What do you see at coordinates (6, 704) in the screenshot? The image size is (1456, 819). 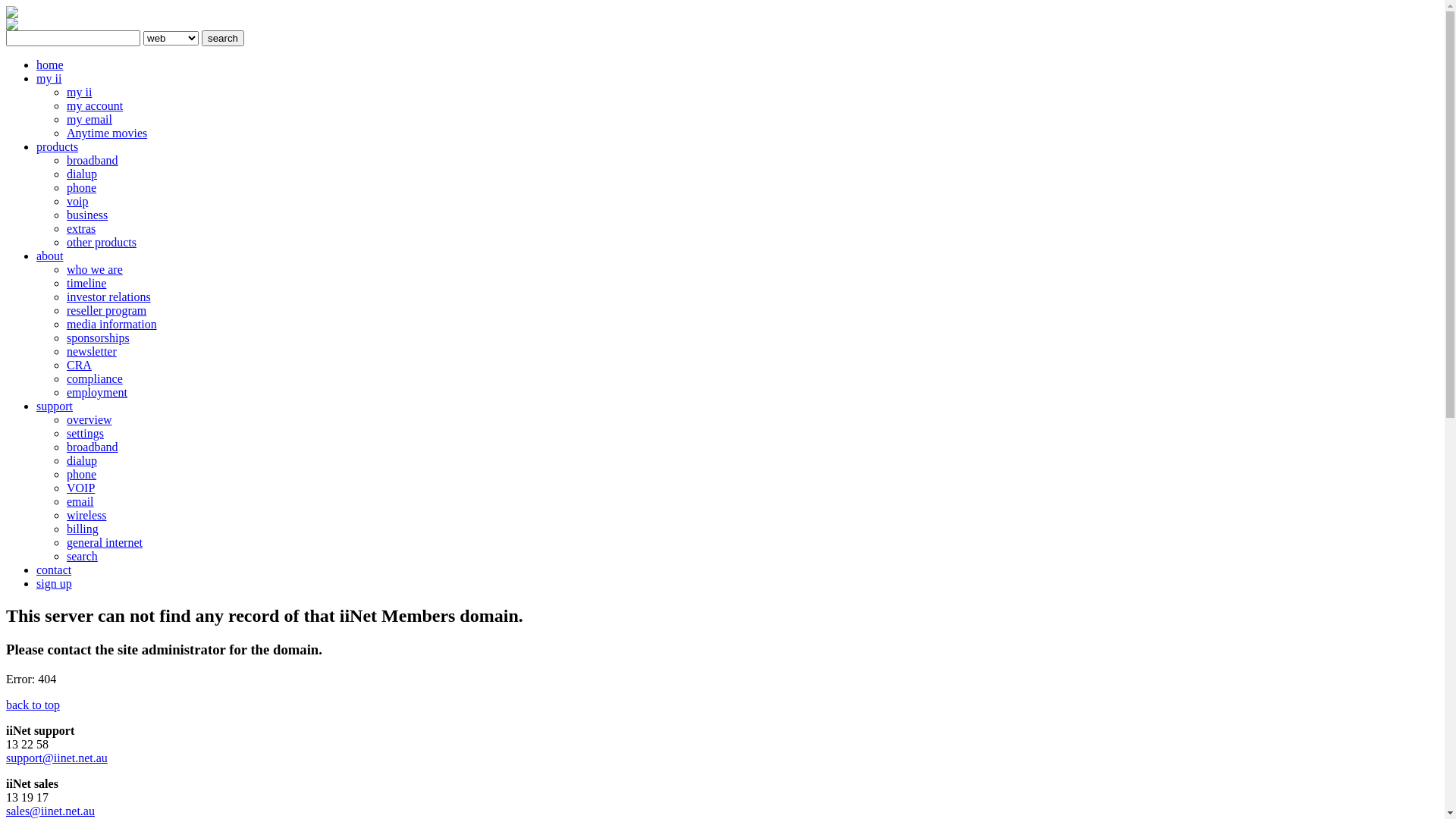 I see `'back to top'` at bounding box center [6, 704].